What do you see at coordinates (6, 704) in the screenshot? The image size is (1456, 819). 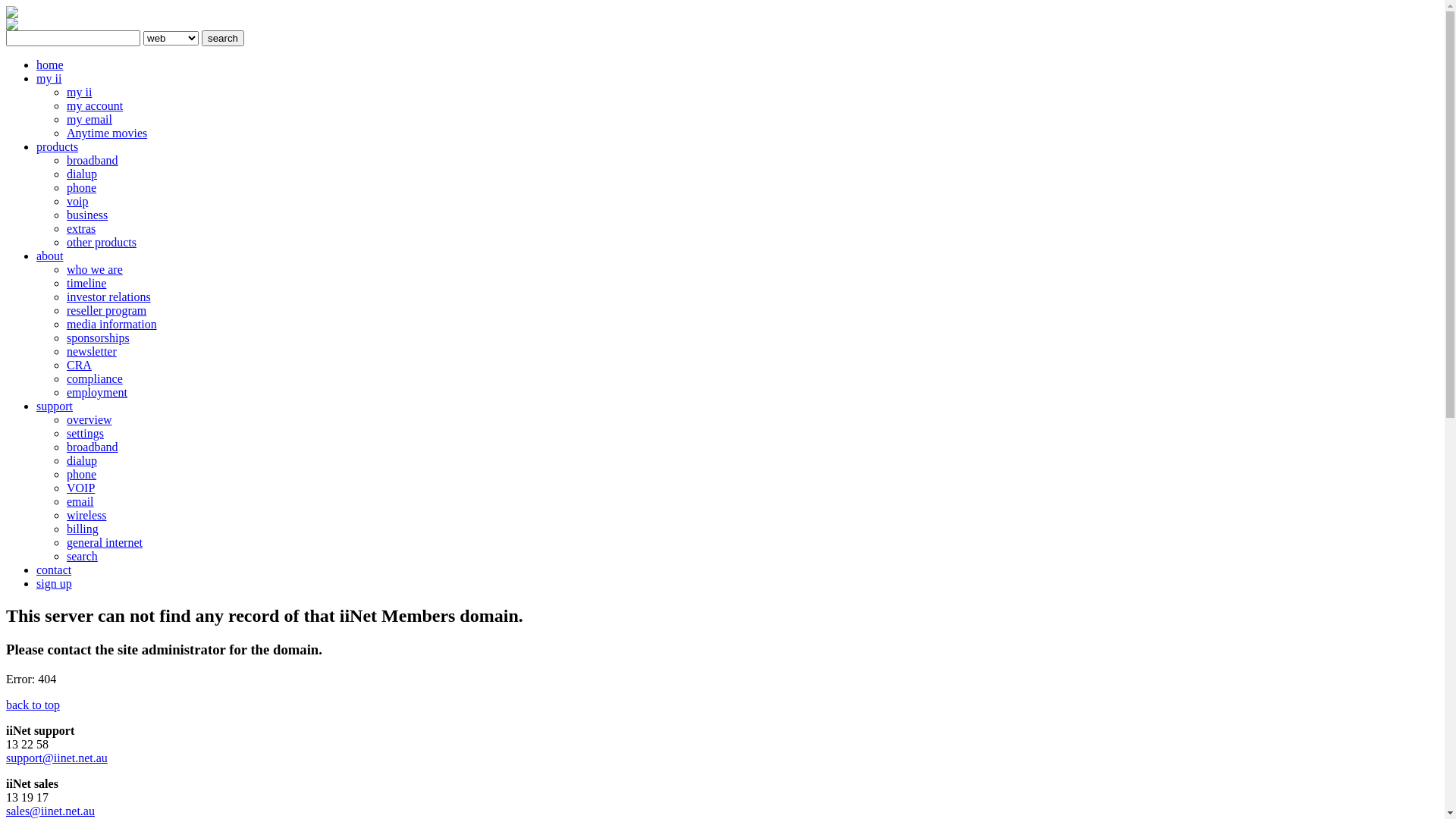 I see `'back to top'` at bounding box center [6, 704].